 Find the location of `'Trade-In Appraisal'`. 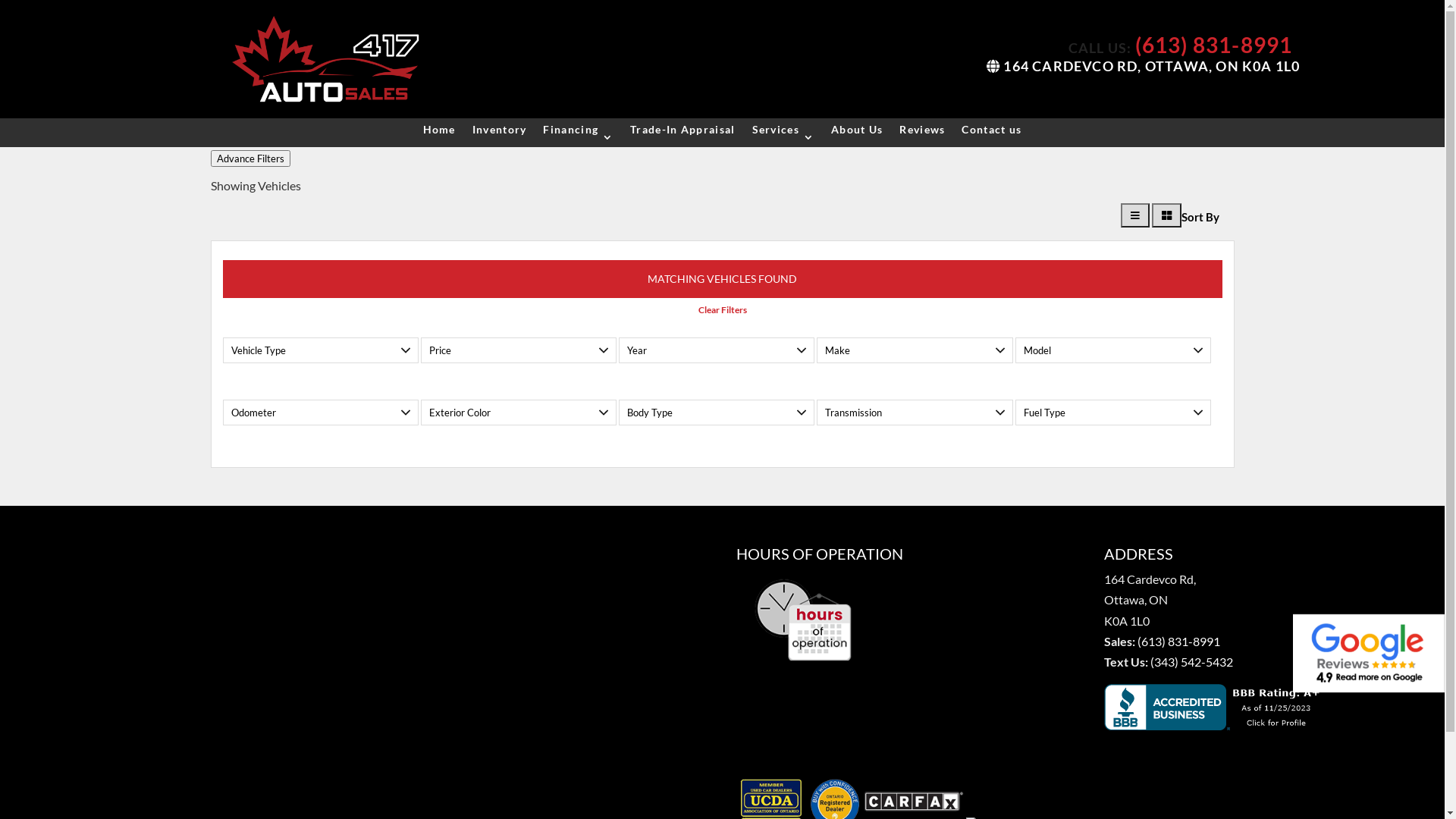

'Trade-In Appraisal' is located at coordinates (682, 131).